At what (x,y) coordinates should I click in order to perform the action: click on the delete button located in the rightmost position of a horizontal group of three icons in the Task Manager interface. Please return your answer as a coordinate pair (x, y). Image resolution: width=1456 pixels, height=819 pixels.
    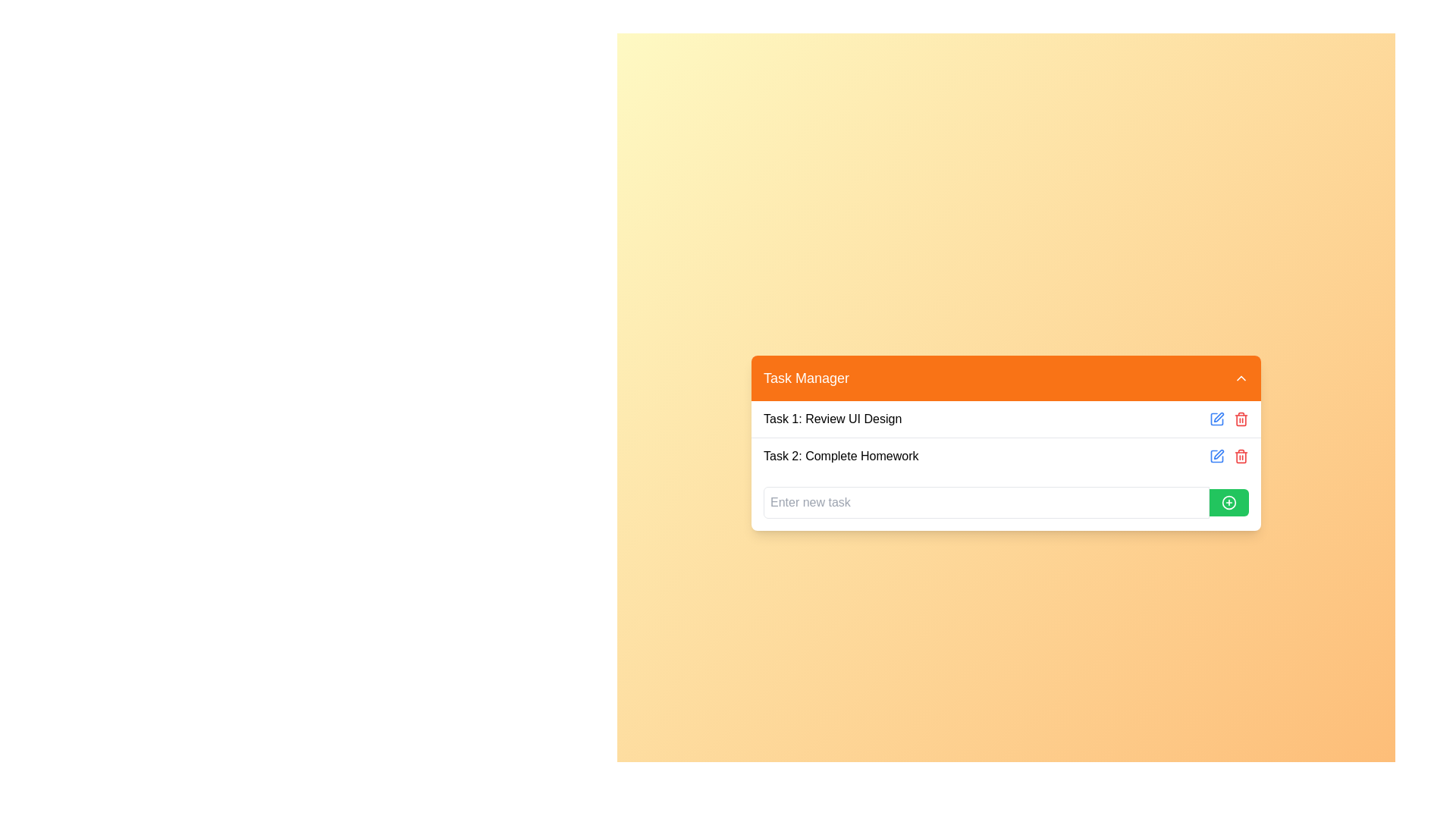
    Looking at the image, I should click on (1241, 419).